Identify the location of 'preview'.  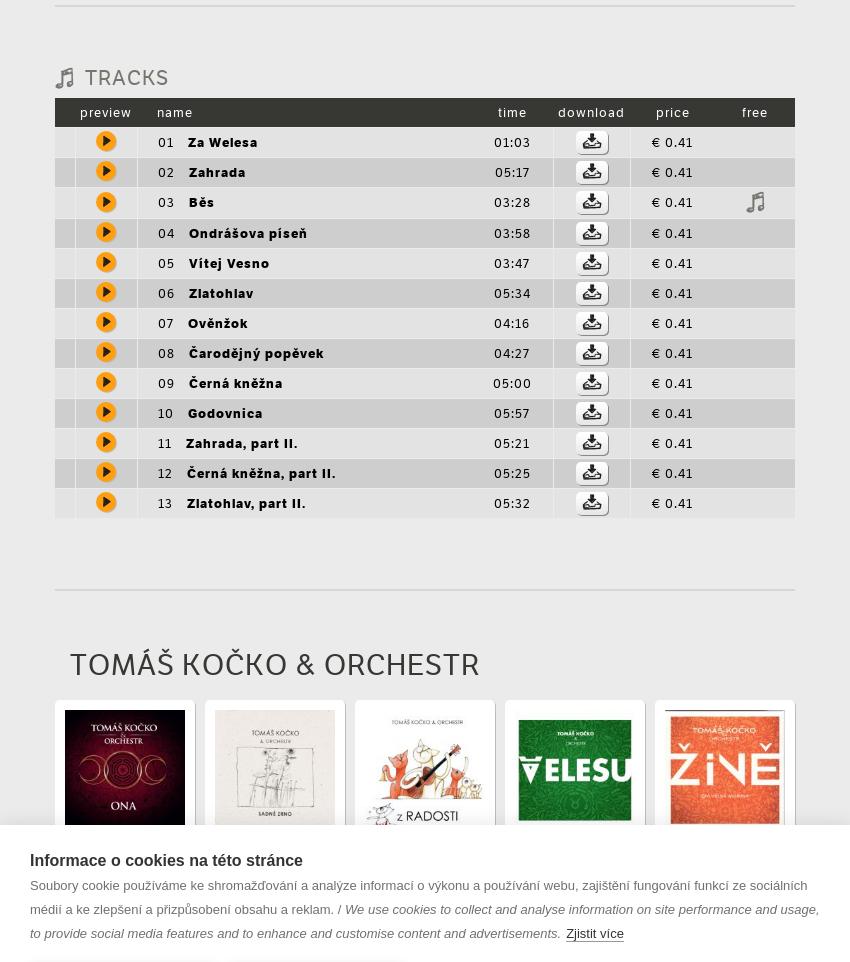
(79, 110).